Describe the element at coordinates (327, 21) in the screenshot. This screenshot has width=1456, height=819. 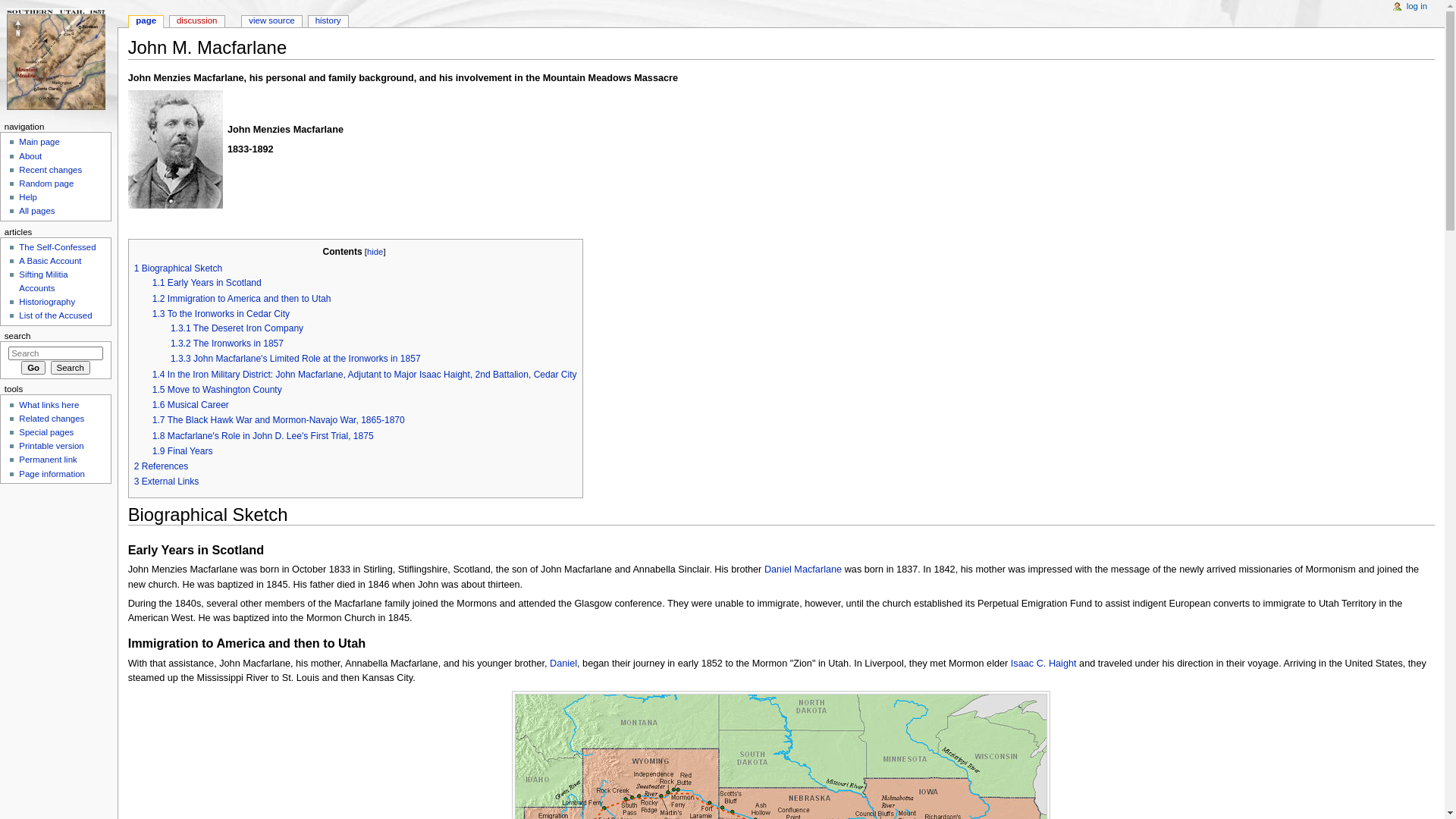
I see `'history'` at that location.